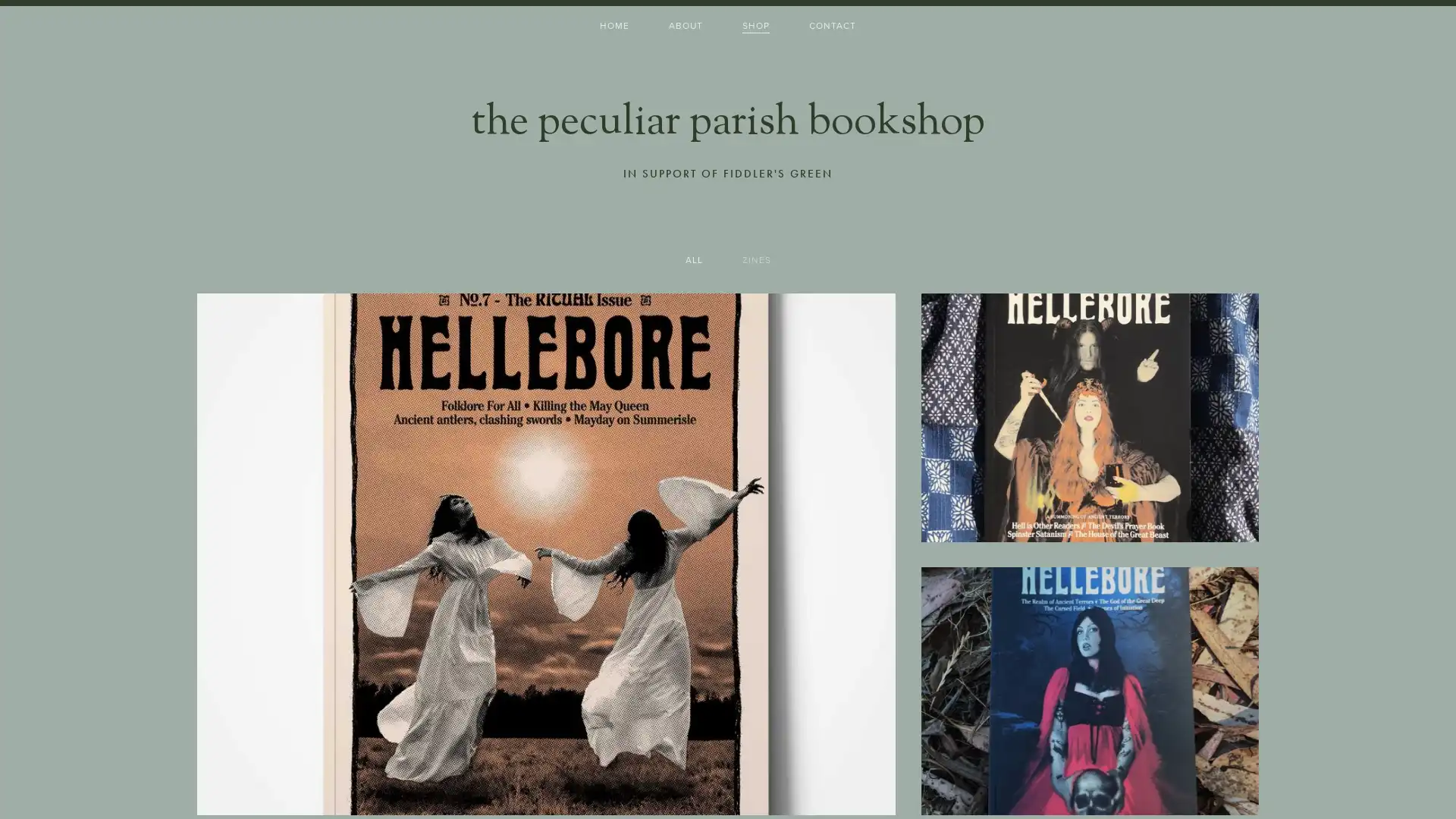 Image resolution: width=1456 pixels, height=819 pixels. Describe the element at coordinates (546, 783) in the screenshot. I see `QUICK VIEW` at that location.